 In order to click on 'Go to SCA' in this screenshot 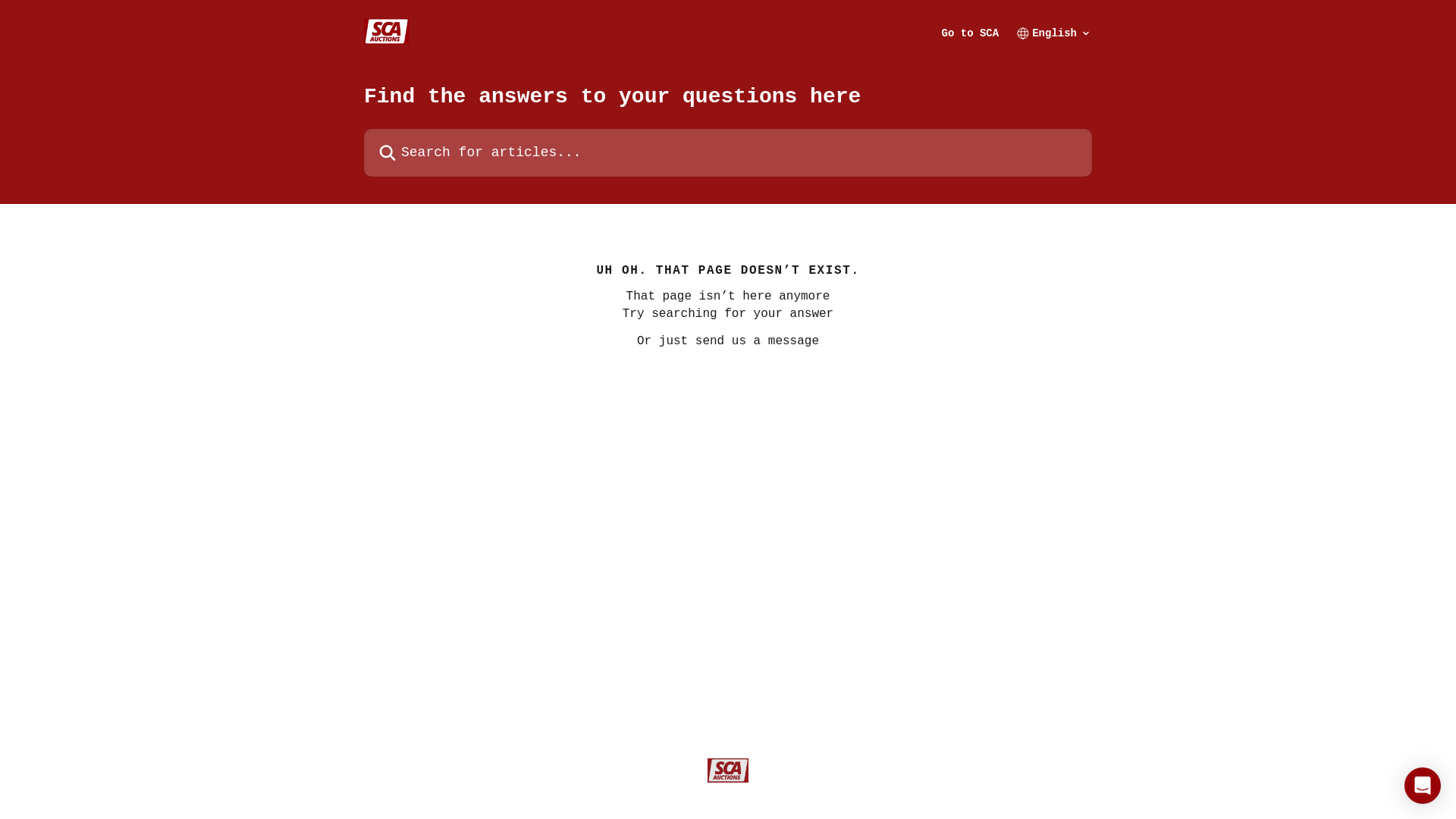, I will do `click(971, 32)`.